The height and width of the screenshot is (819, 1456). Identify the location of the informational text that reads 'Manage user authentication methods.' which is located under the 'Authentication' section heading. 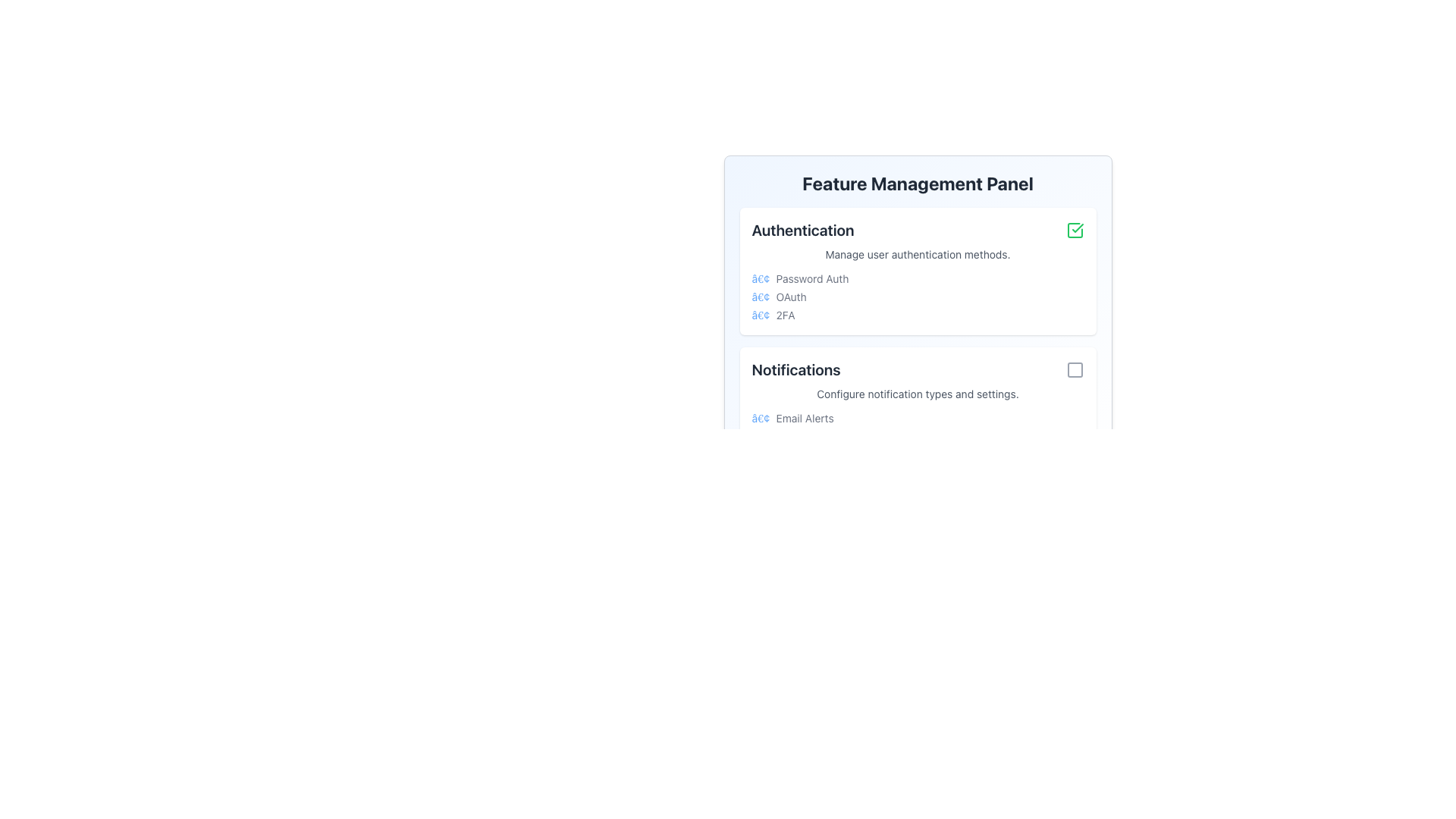
(917, 253).